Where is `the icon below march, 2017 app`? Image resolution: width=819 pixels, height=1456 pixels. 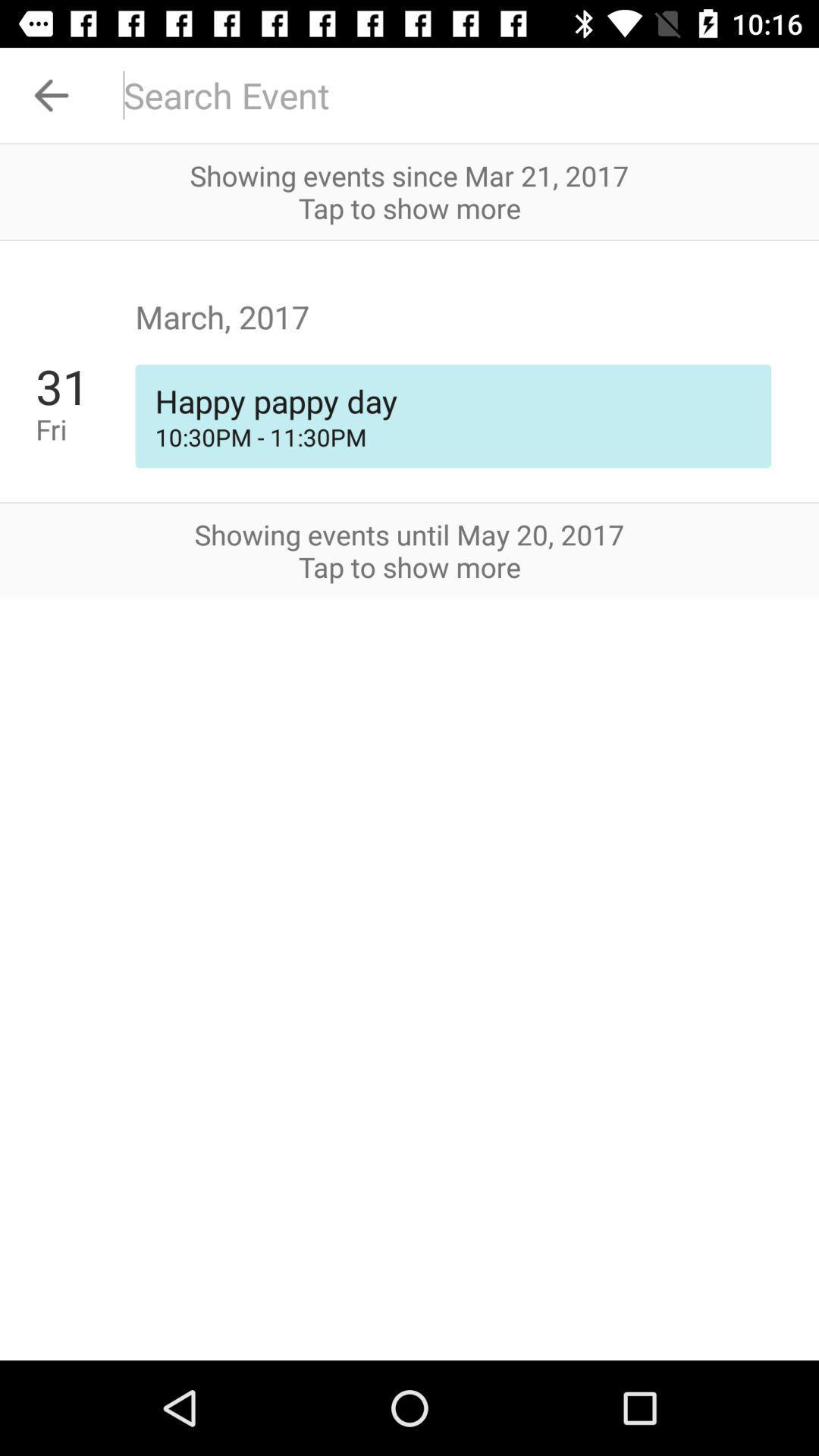
the icon below march, 2017 app is located at coordinates (85, 428).